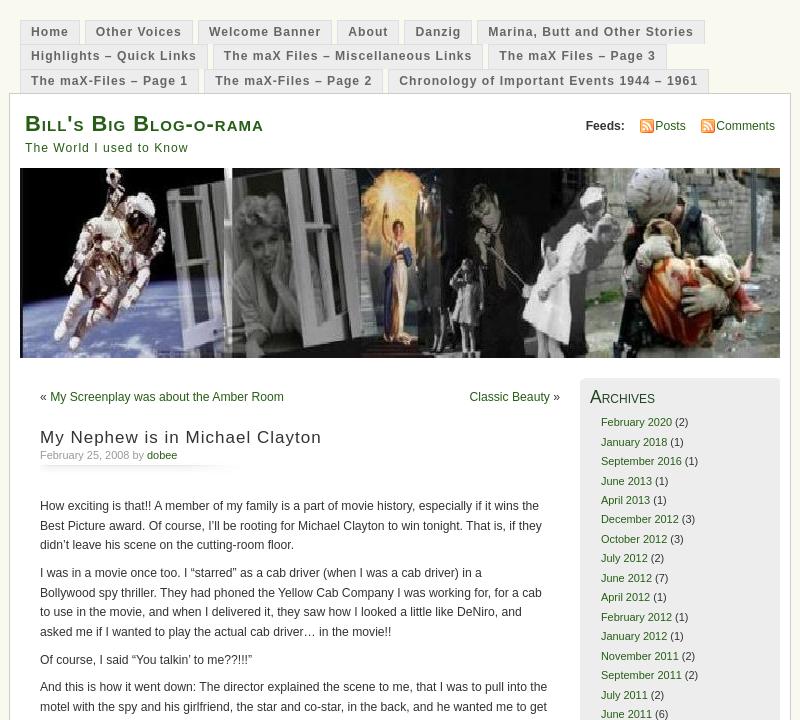 This screenshot has width=800, height=720. I want to click on 'January 2018', so click(633, 440).